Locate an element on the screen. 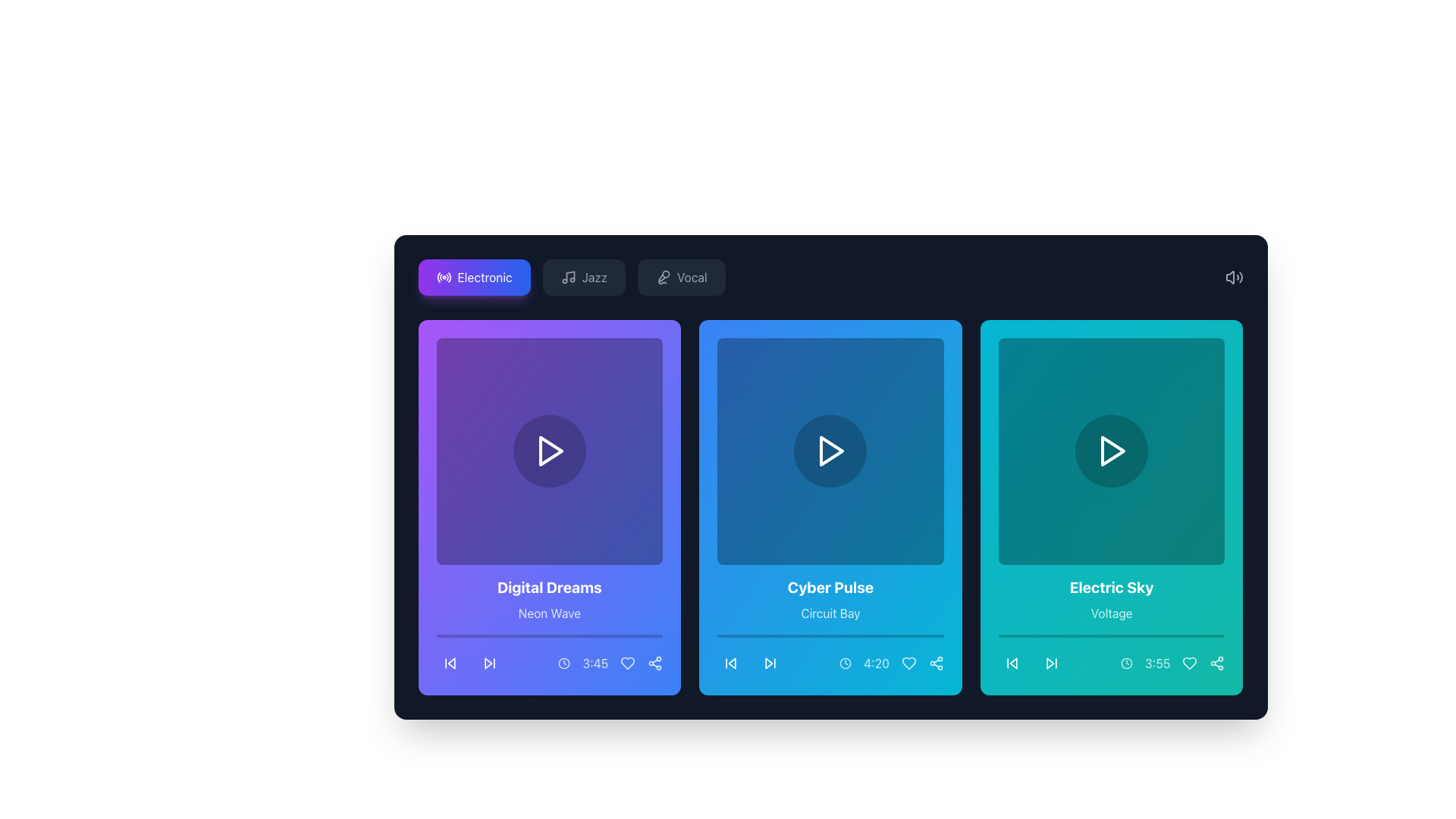 The width and height of the screenshot is (1456, 819). the play button icon located in the center of the 'Digital Dreams - Neon Wave' card is located at coordinates (550, 450).